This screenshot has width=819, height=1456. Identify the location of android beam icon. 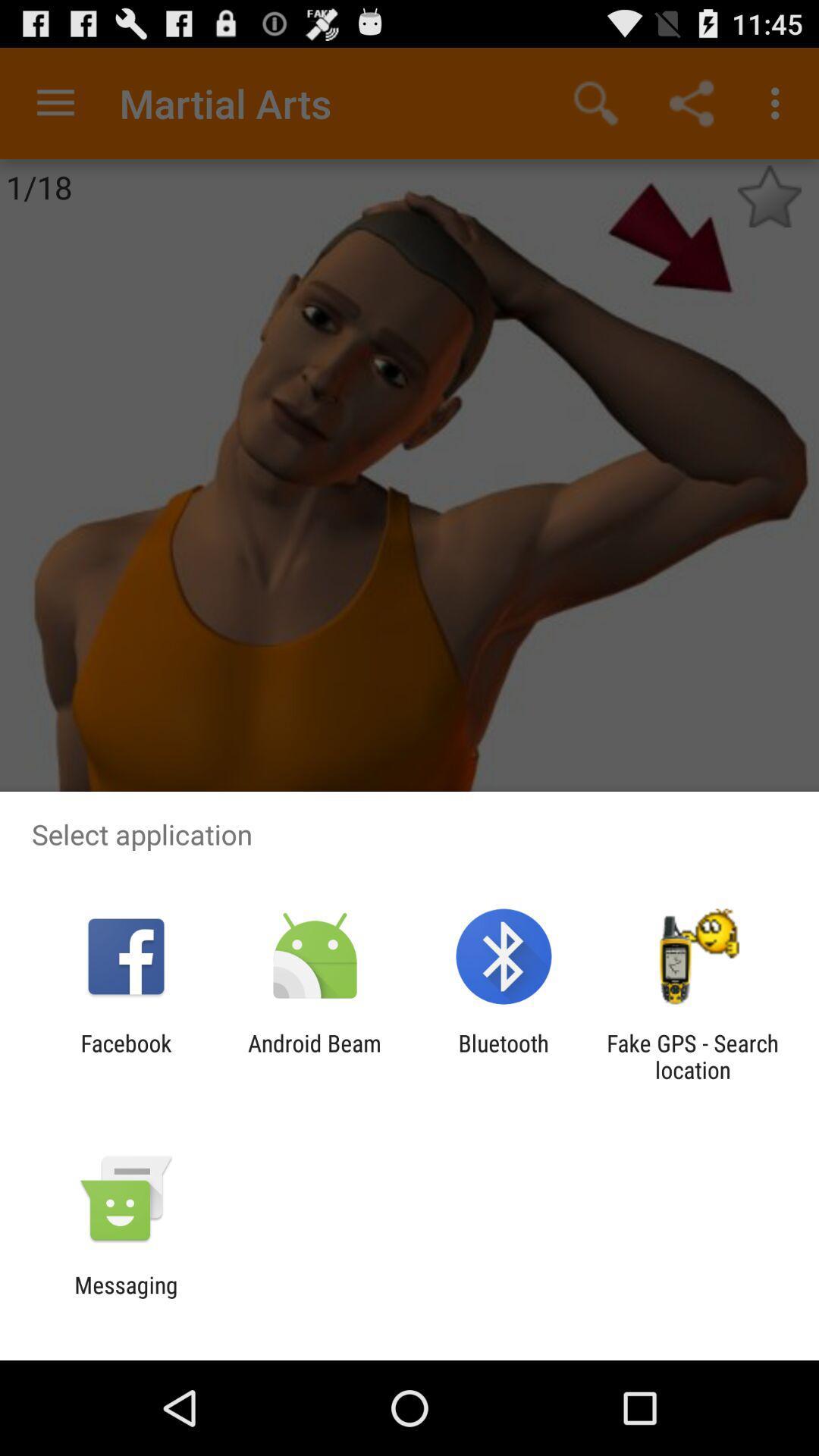
(314, 1056).